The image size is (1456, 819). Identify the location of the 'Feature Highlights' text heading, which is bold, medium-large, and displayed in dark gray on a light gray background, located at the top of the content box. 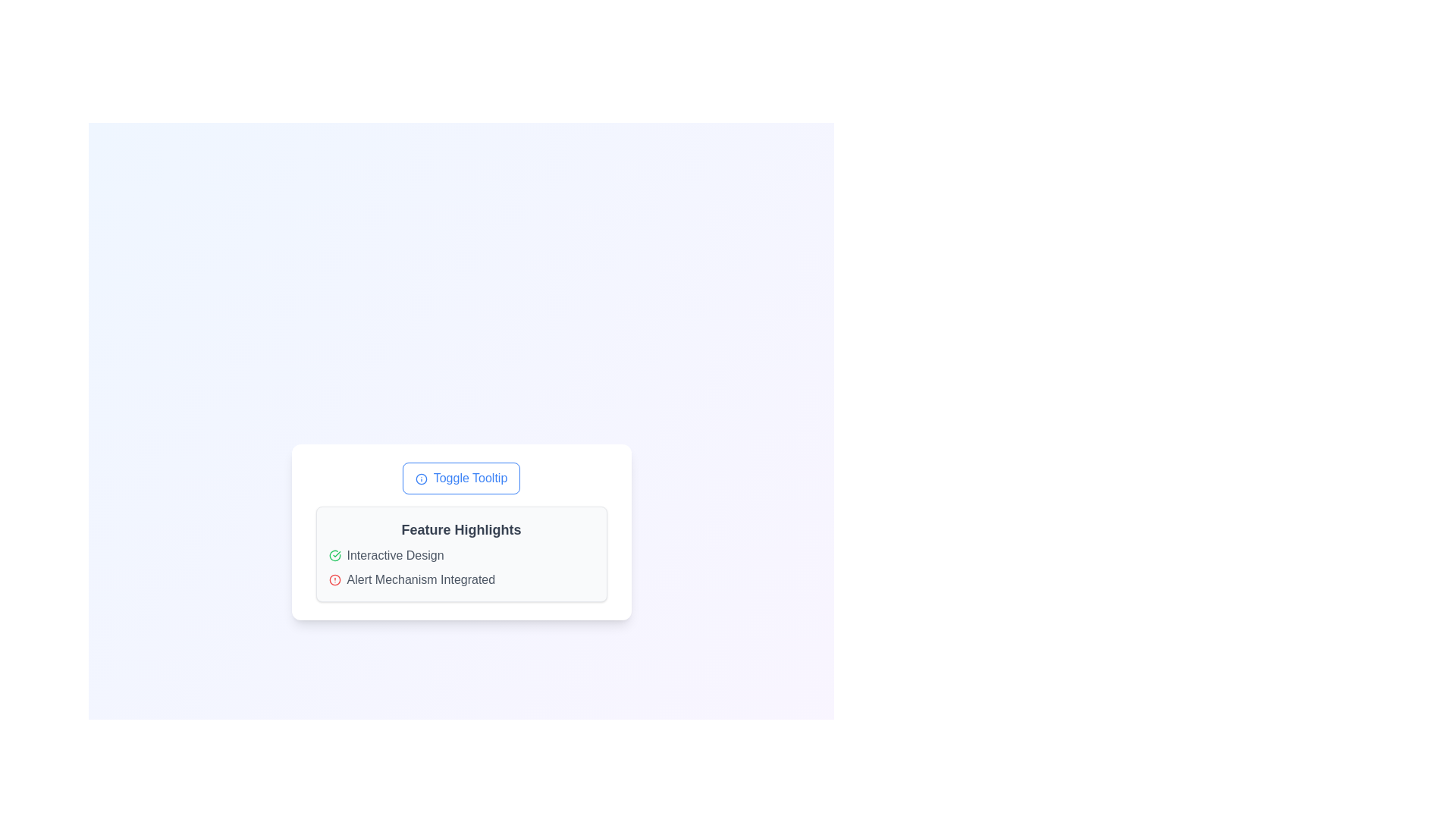
(460, 529).